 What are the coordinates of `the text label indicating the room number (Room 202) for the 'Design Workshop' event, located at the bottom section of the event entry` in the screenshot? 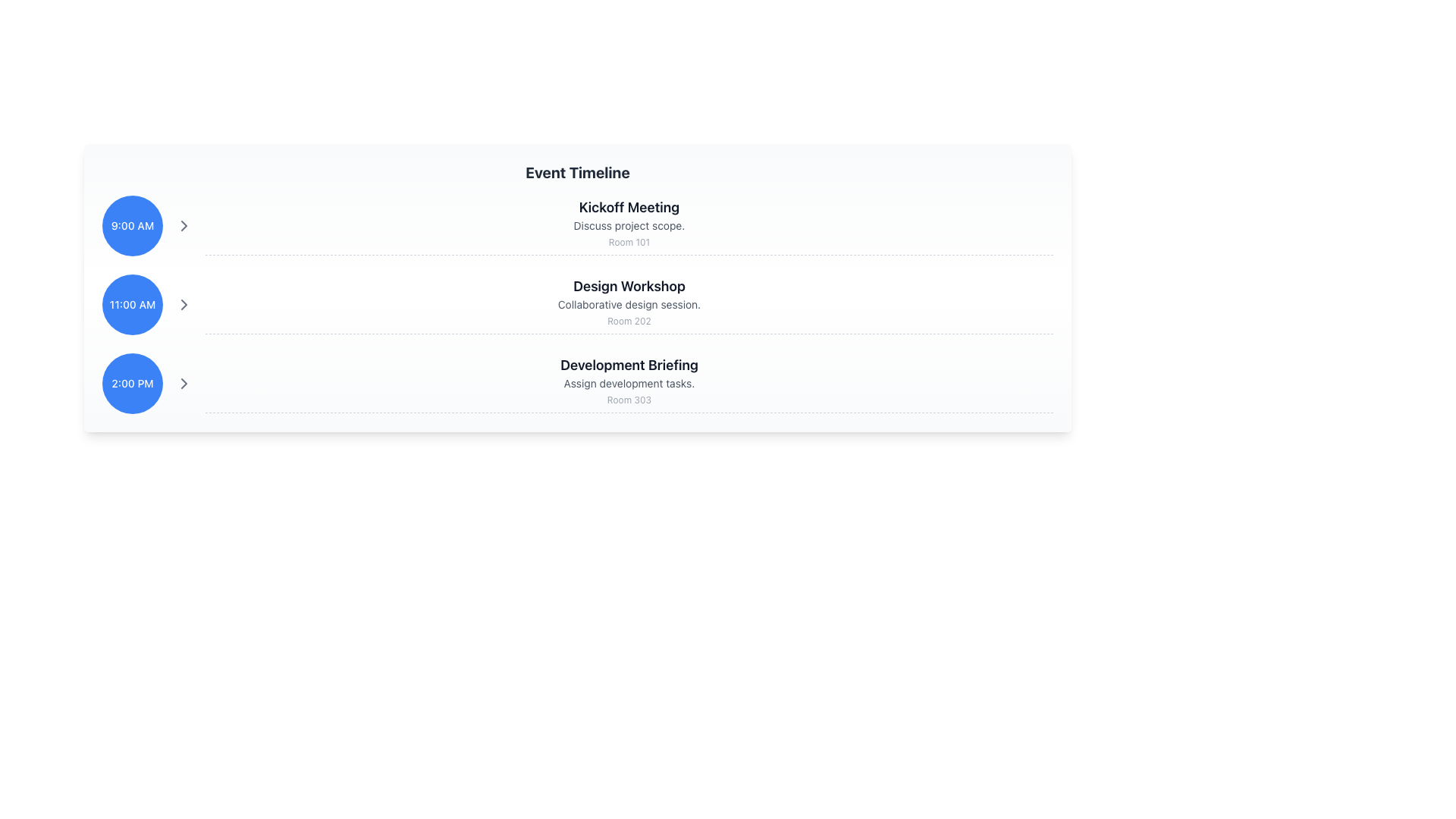 It's located at (629, 320).